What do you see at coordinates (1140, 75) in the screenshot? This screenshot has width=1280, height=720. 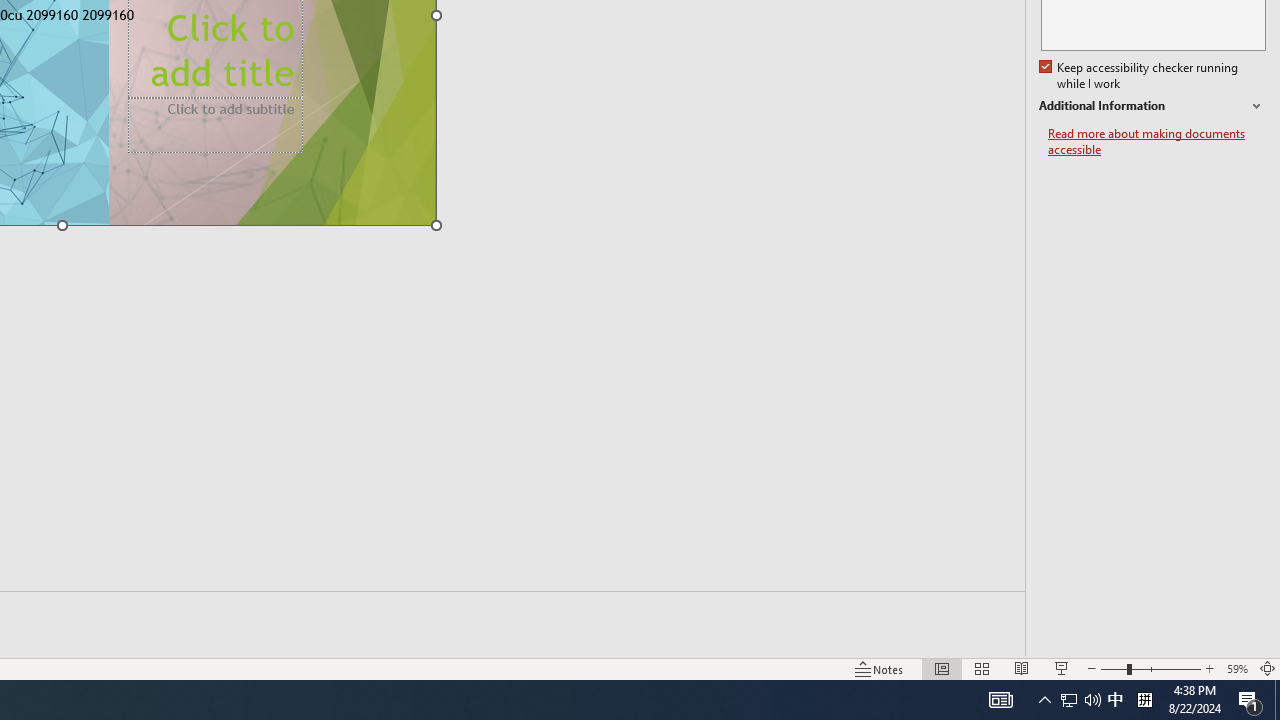 I see `'Keep accessibility checker running while I work'` at bounding box center [1140, 75].